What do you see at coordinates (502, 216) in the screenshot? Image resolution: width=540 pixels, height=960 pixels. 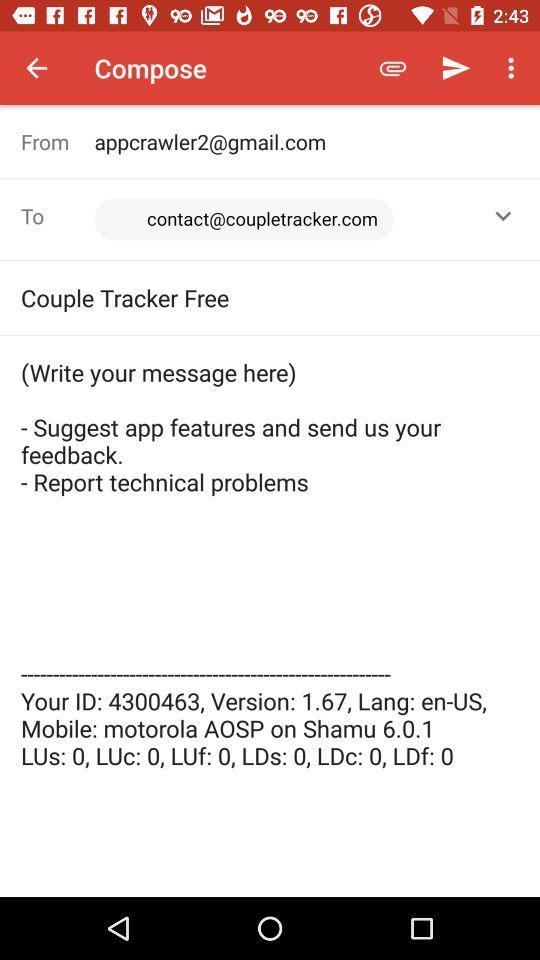 I see `the item next to the <contact@coupletracker.com>,  icon` at bounding box center [502, 216].